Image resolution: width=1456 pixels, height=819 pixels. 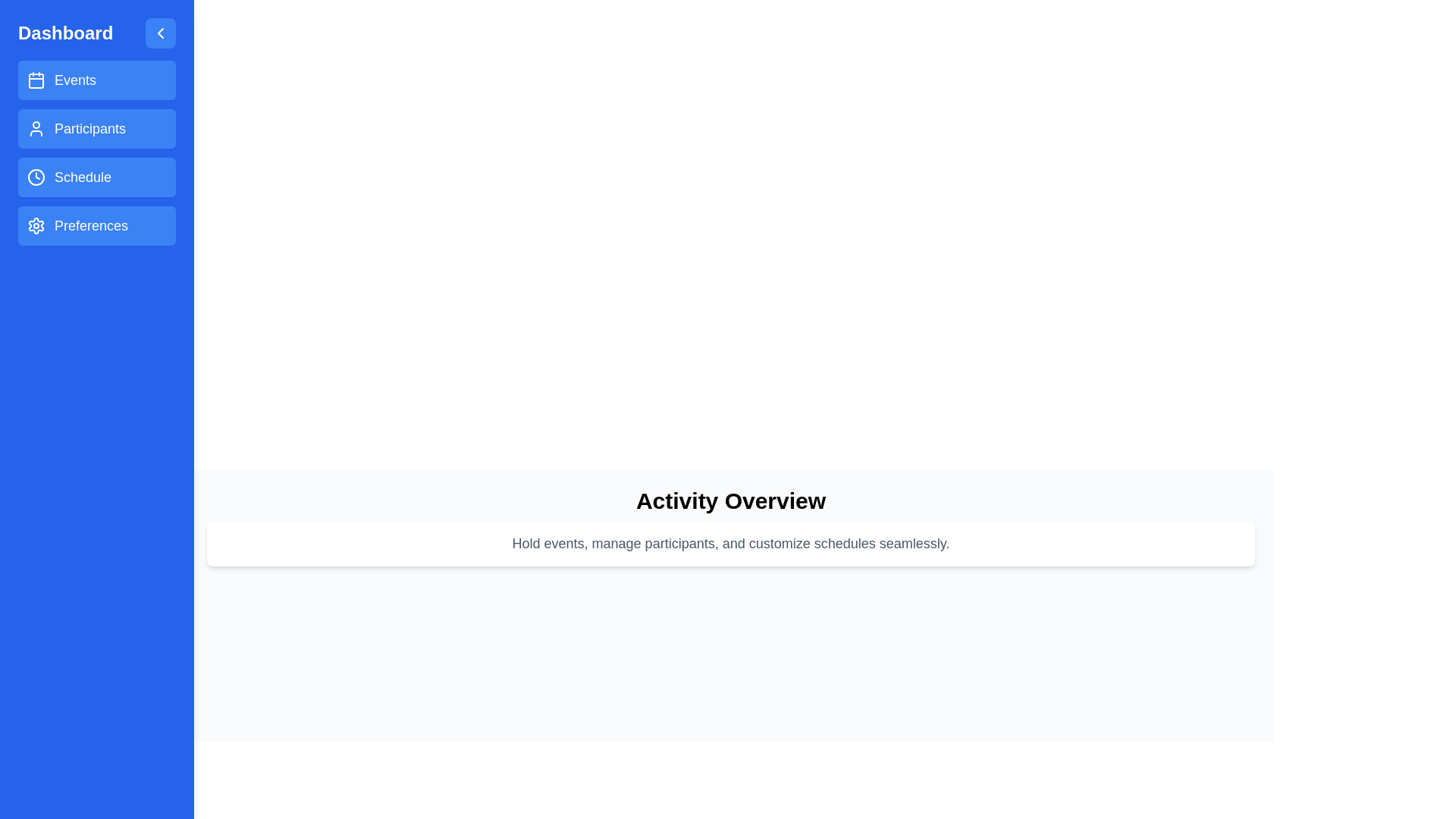 I want to click on the menu option Participants in the drawer, so click(x=96, y=127).